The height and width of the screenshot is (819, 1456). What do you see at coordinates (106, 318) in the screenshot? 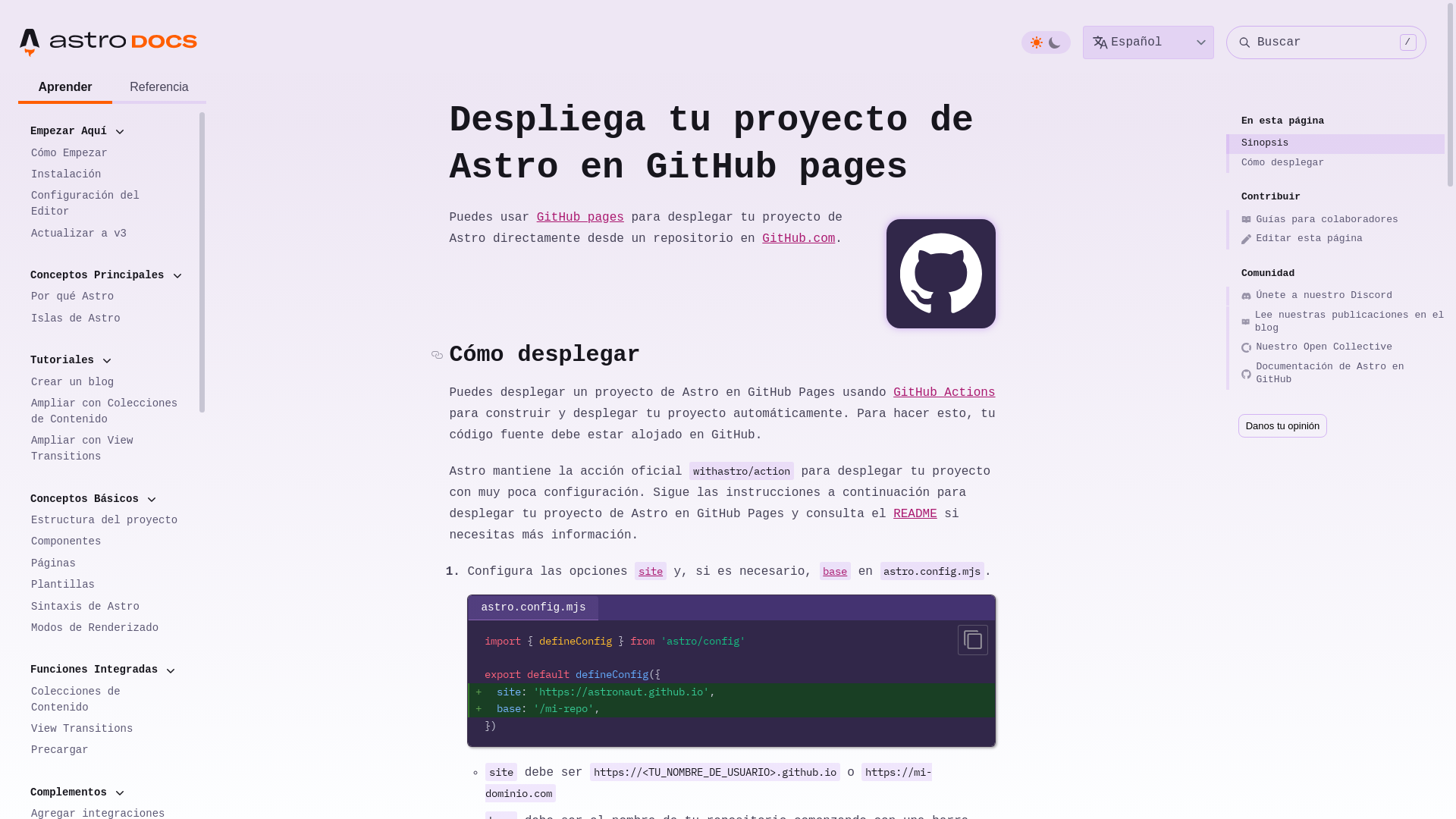
I see `'Islas de Astro'` at bounding box center [106, 318].